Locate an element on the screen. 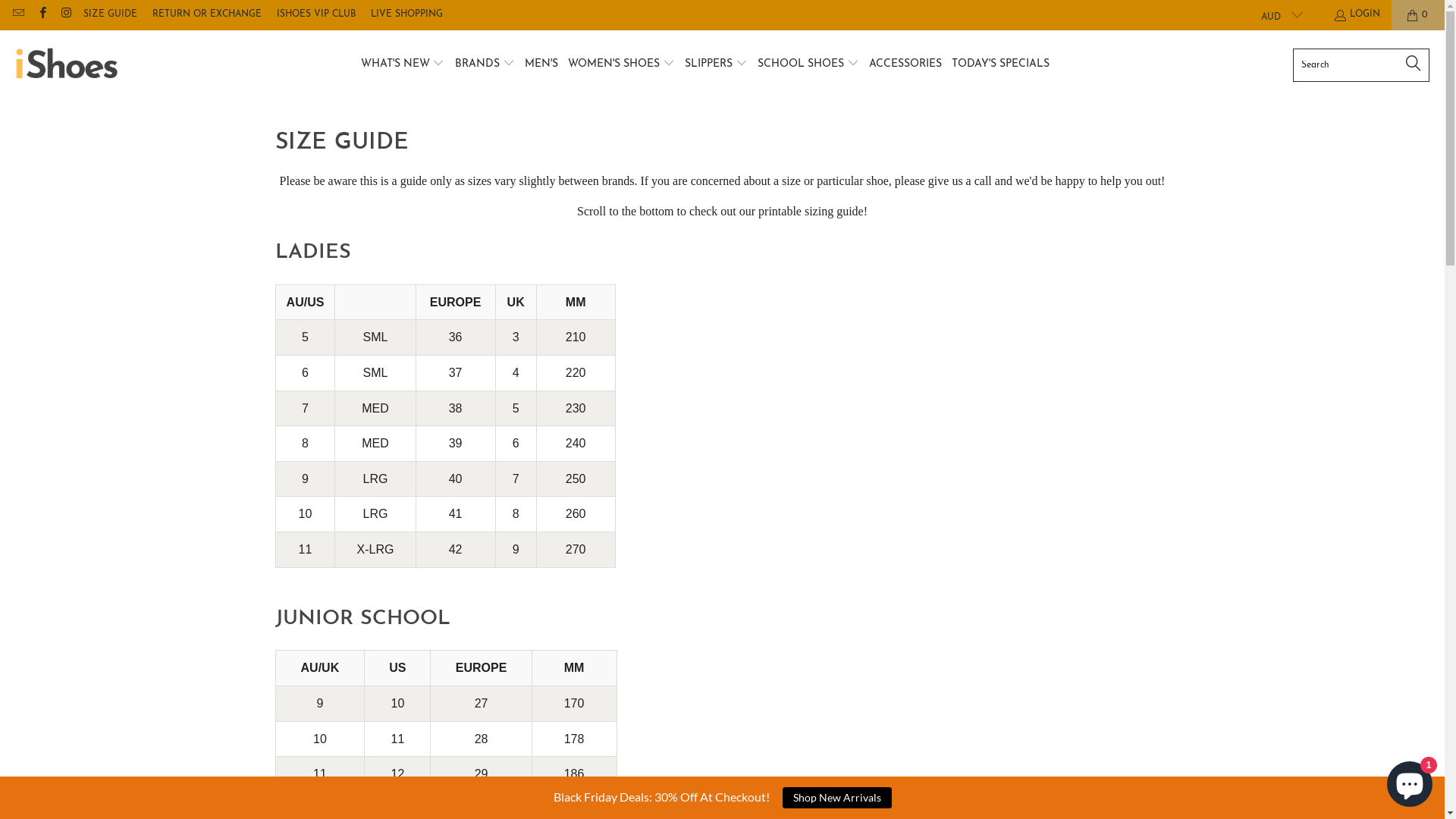 This screenshot has height=819, width=1456. '0' is located at coordinates (1417, 14).